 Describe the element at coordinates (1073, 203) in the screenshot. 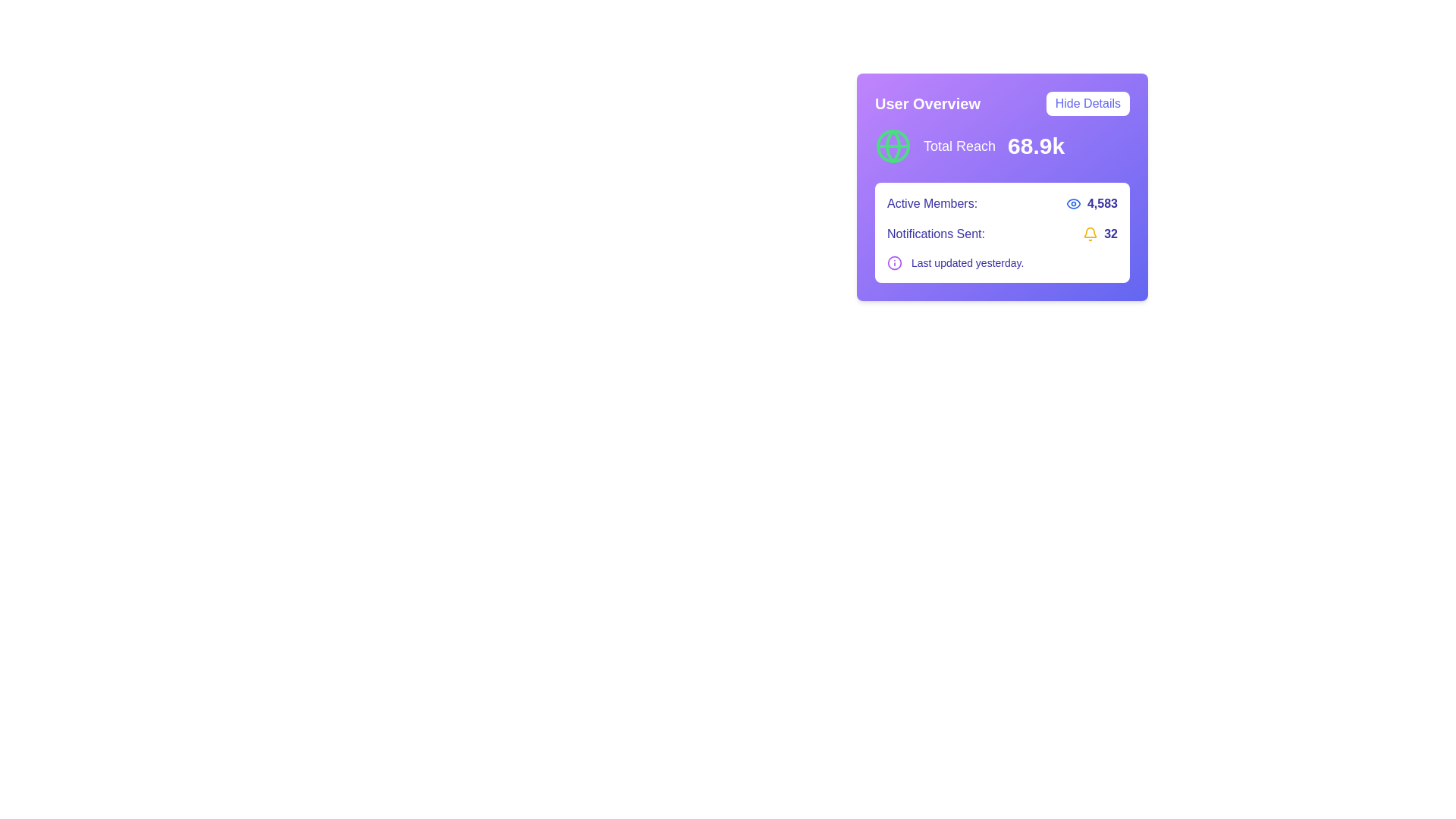

I see `the eye-shaped icon with a blue outline that is located to the left of the numerical value '4,583' in the 'Active Members:' section of the UI panel` at that location.